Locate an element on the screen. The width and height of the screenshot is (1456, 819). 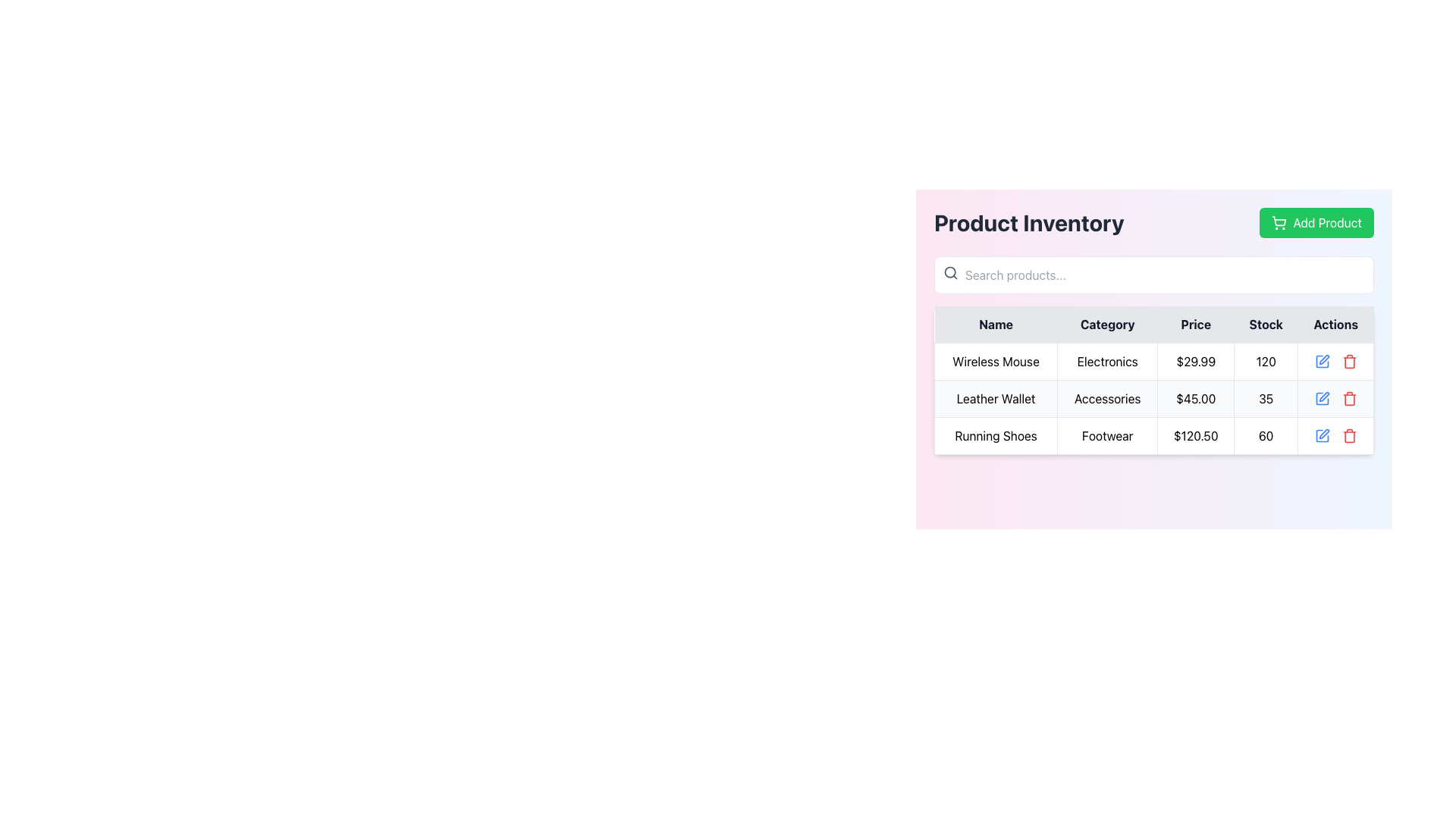
the green rectangular button labeled 'Add Product' containing a shopping cart icon, located at the top right corner of the product inventory interface is located at coordinates (1279, 221).